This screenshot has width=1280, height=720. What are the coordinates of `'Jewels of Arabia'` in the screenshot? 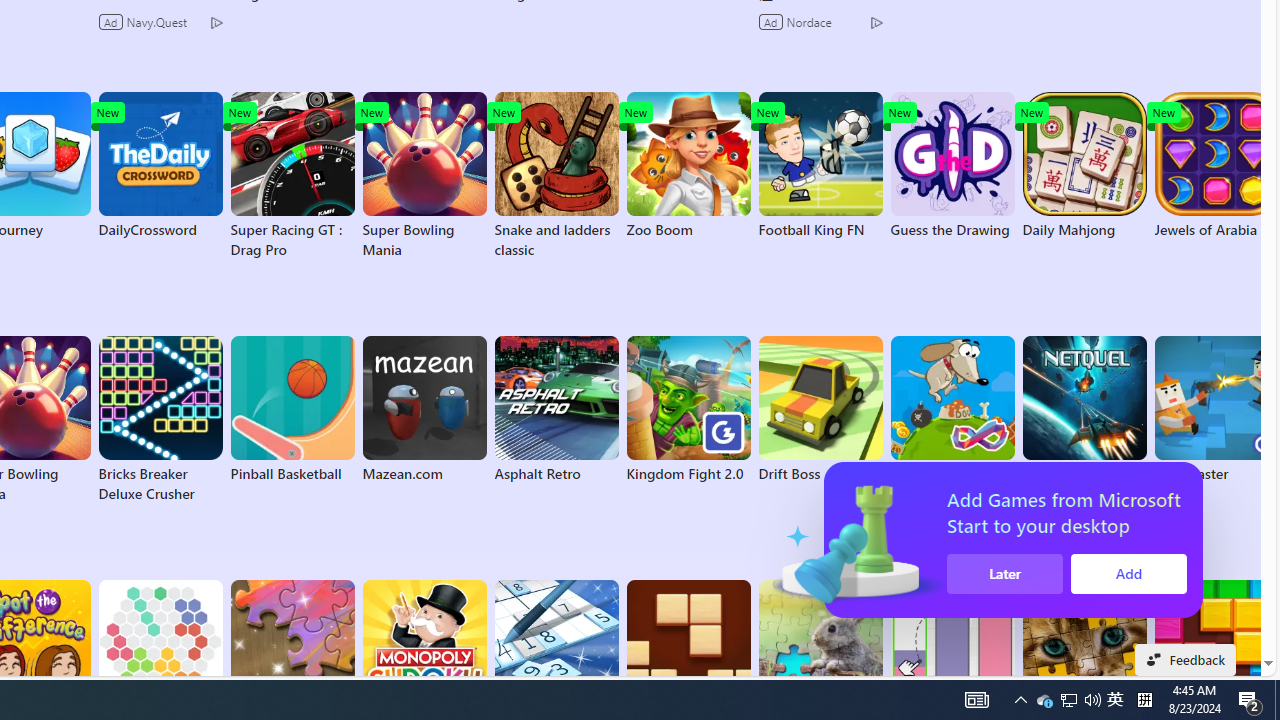 It's located at (1215, 164).